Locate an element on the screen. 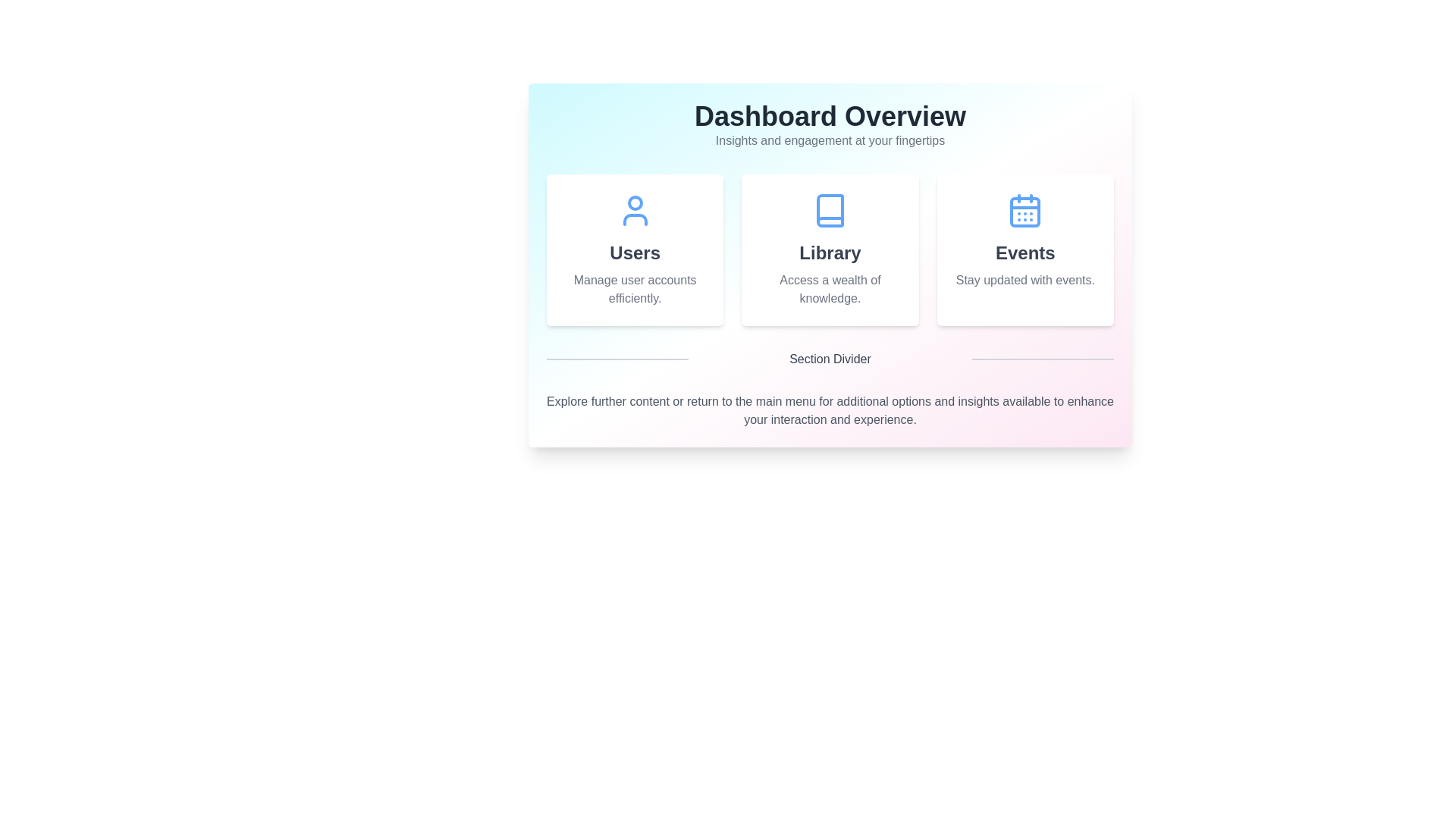 This screenshot has width=1456, height=819. the label indicating the section for managing user accounts, located on the left side of the second row of the page interface is located at coordinates (635, 253).